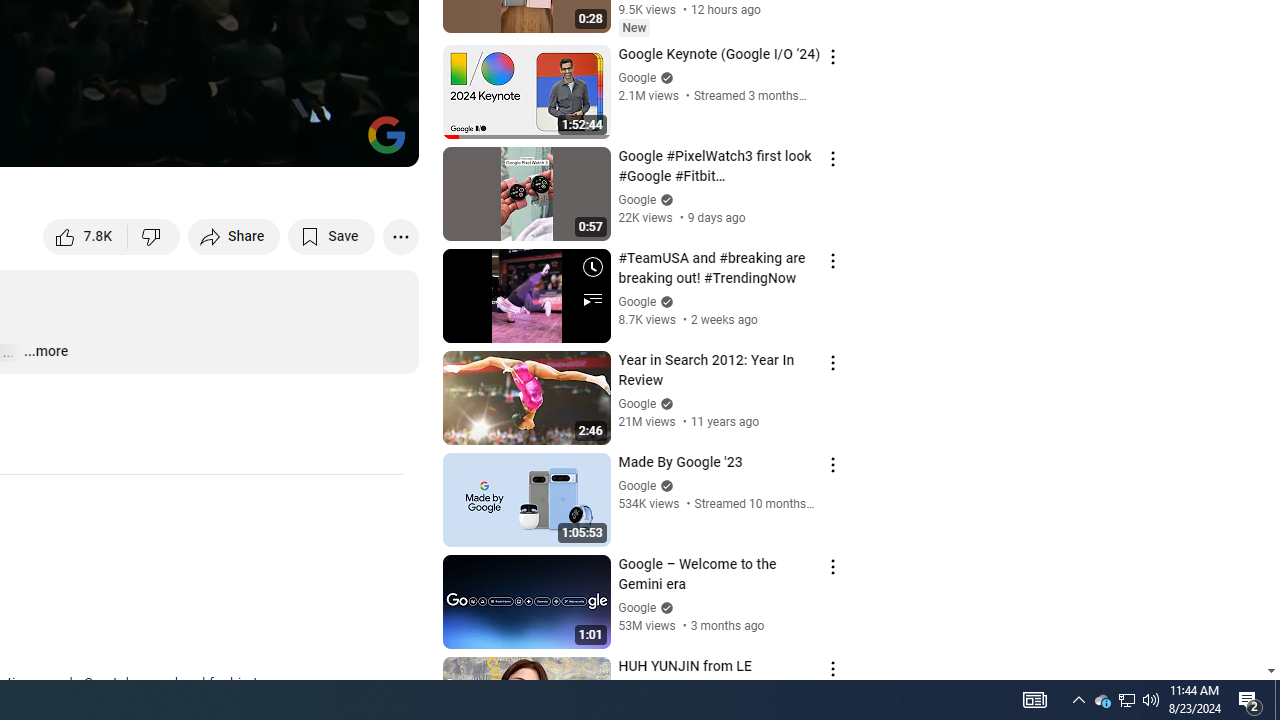 Image resolution: width=1280 pixels, height=720 pixels. I want to click on 'New', so click(633, 27).